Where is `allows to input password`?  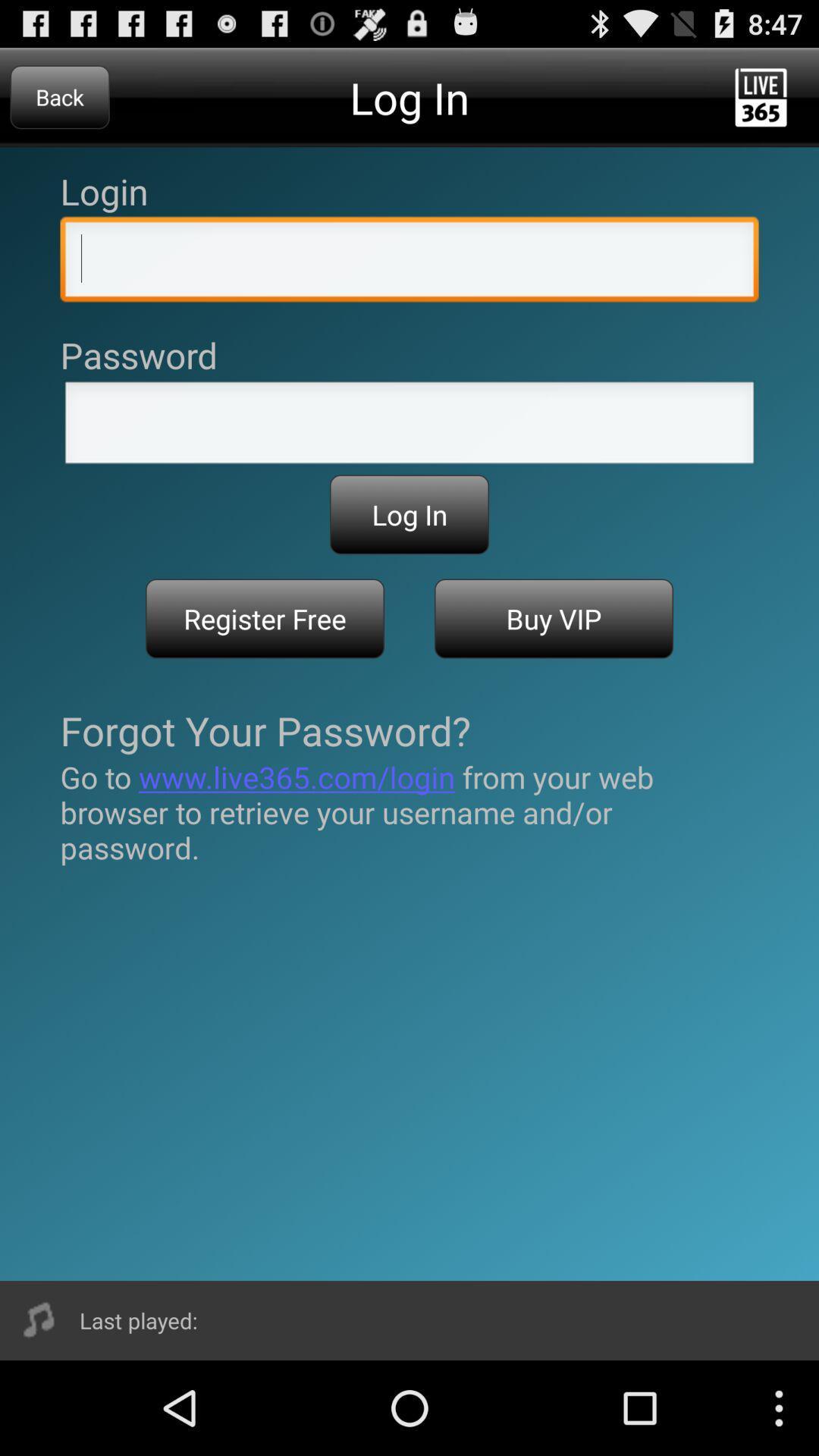
allows to input password is located at coordinates (409, 426).